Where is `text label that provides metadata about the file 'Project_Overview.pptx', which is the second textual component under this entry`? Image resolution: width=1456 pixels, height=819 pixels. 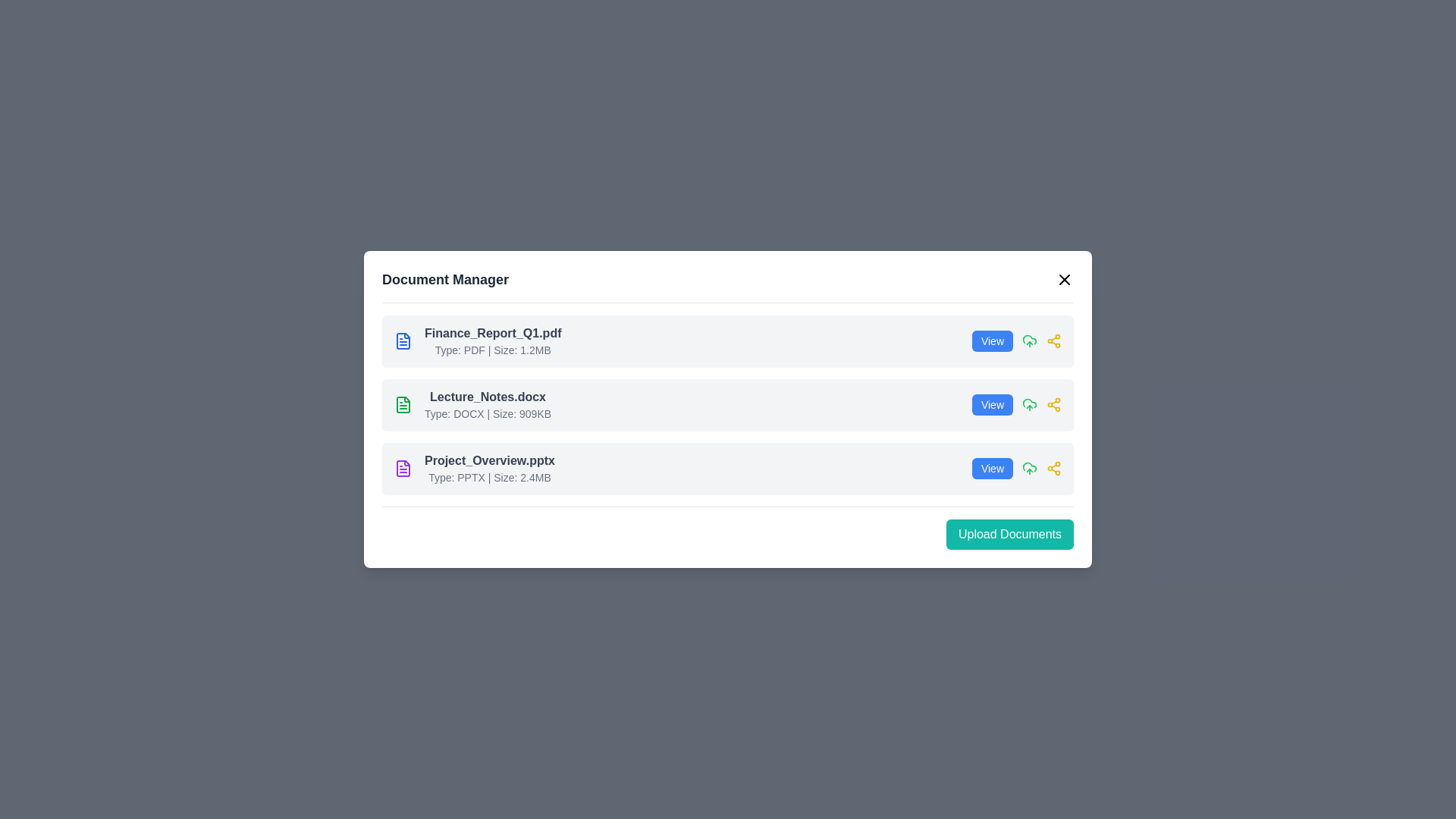
text label that provides metadata about the file 'Project_Overview.pptx', which is the second textual component under this entry is located at coordinates (489, 476).